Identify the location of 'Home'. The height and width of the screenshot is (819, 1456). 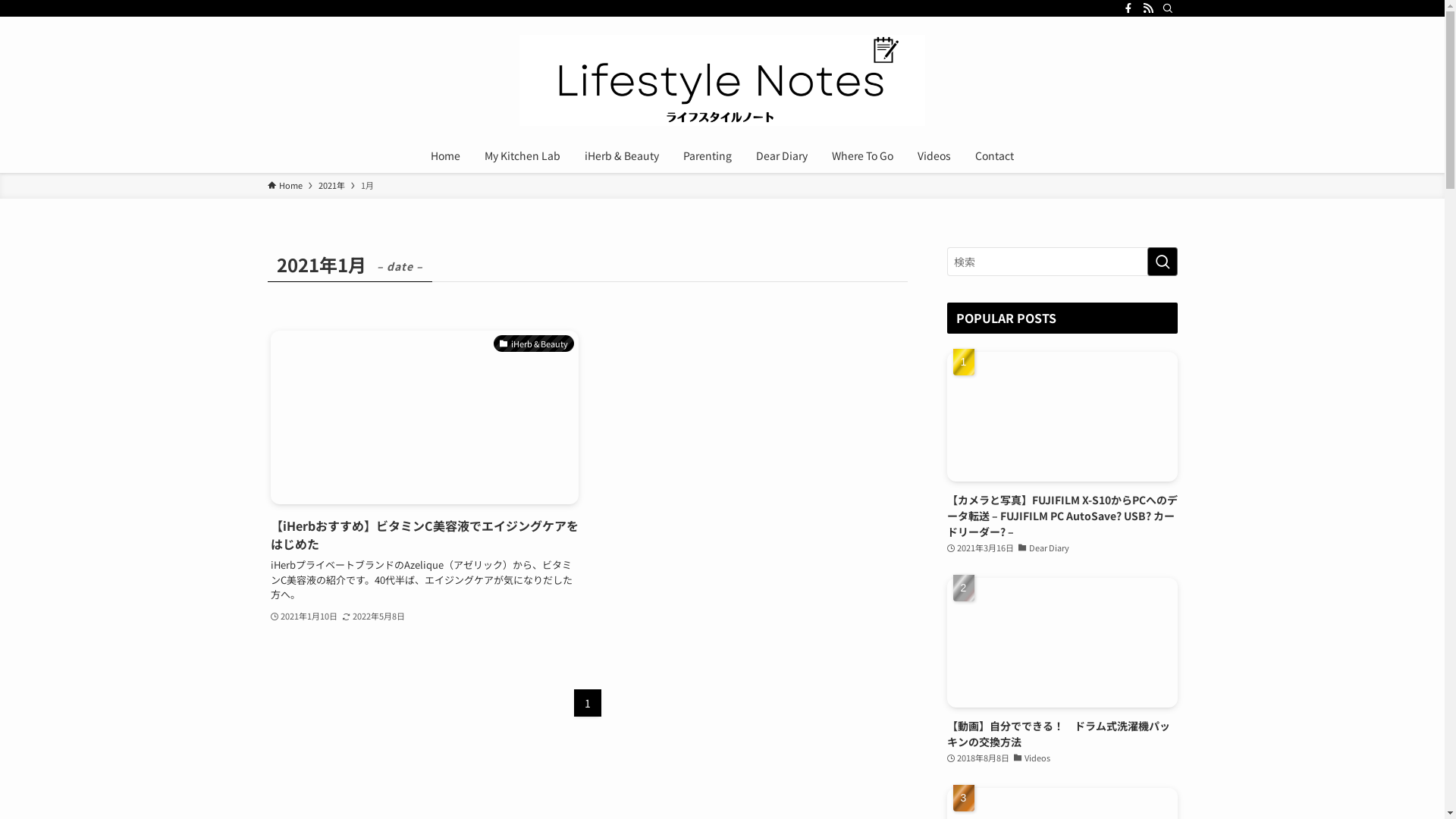
(444, 155).